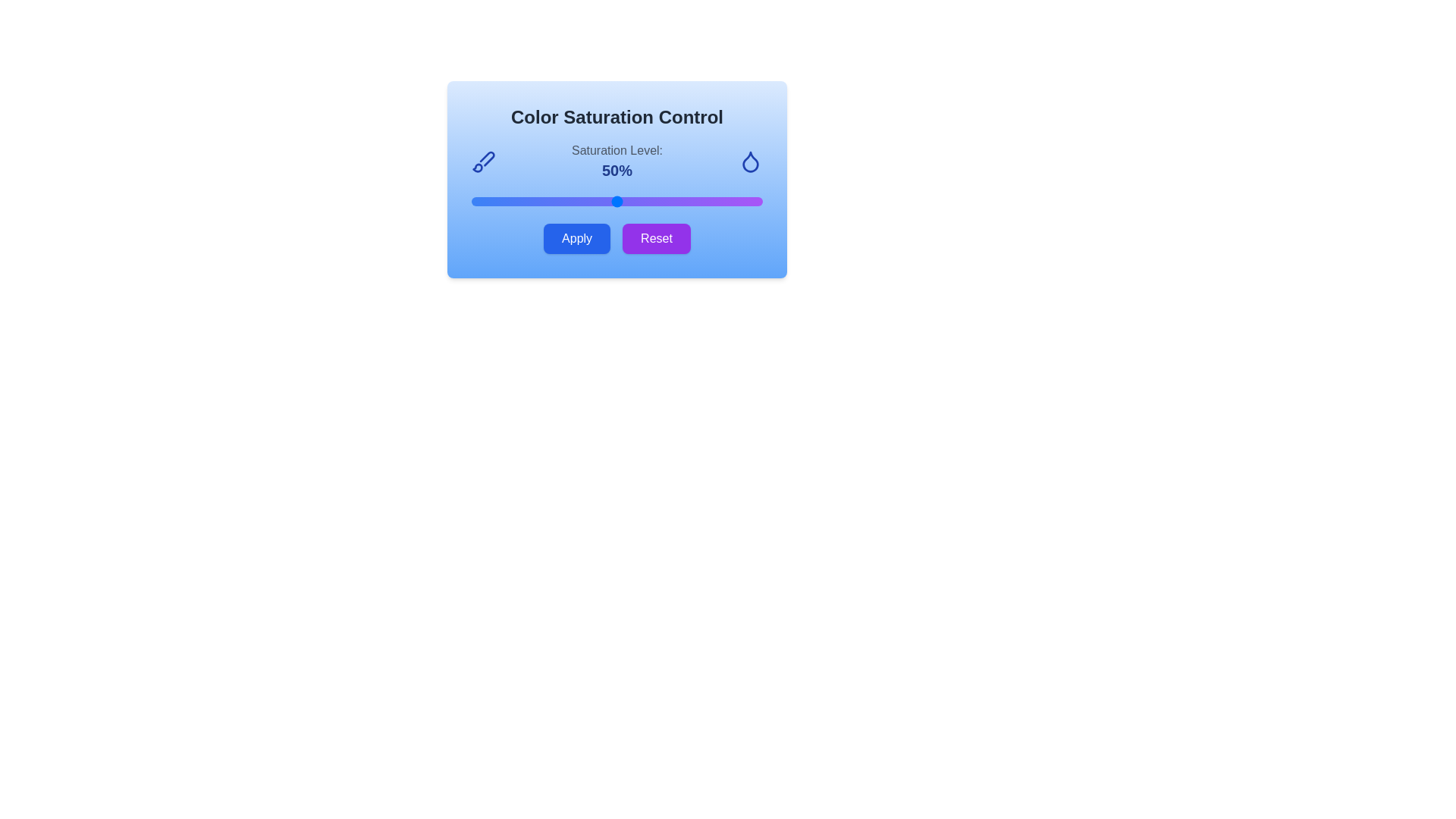 The height and width of the screenshot is (819, 1456). Describe the element at coordinates (620, 201) in the screenshot. I see `the color saturation to 51% by adjusting the slider` at that location.